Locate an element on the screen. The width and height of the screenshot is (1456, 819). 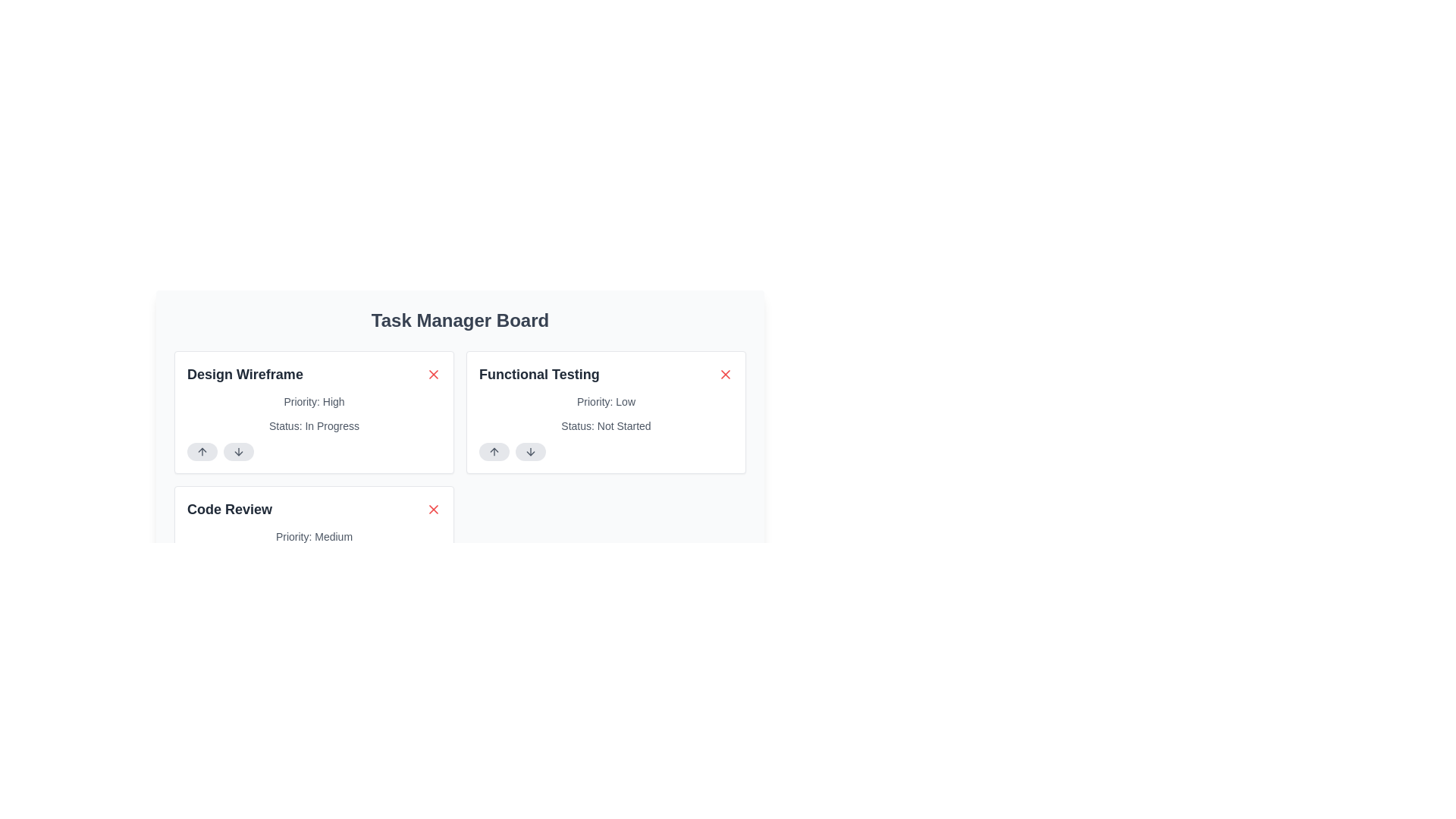
the textual information displayed on the second task card in the 'Task Manager Board', which shows the task's title, priority, and status is located at coordinates (605, 412).